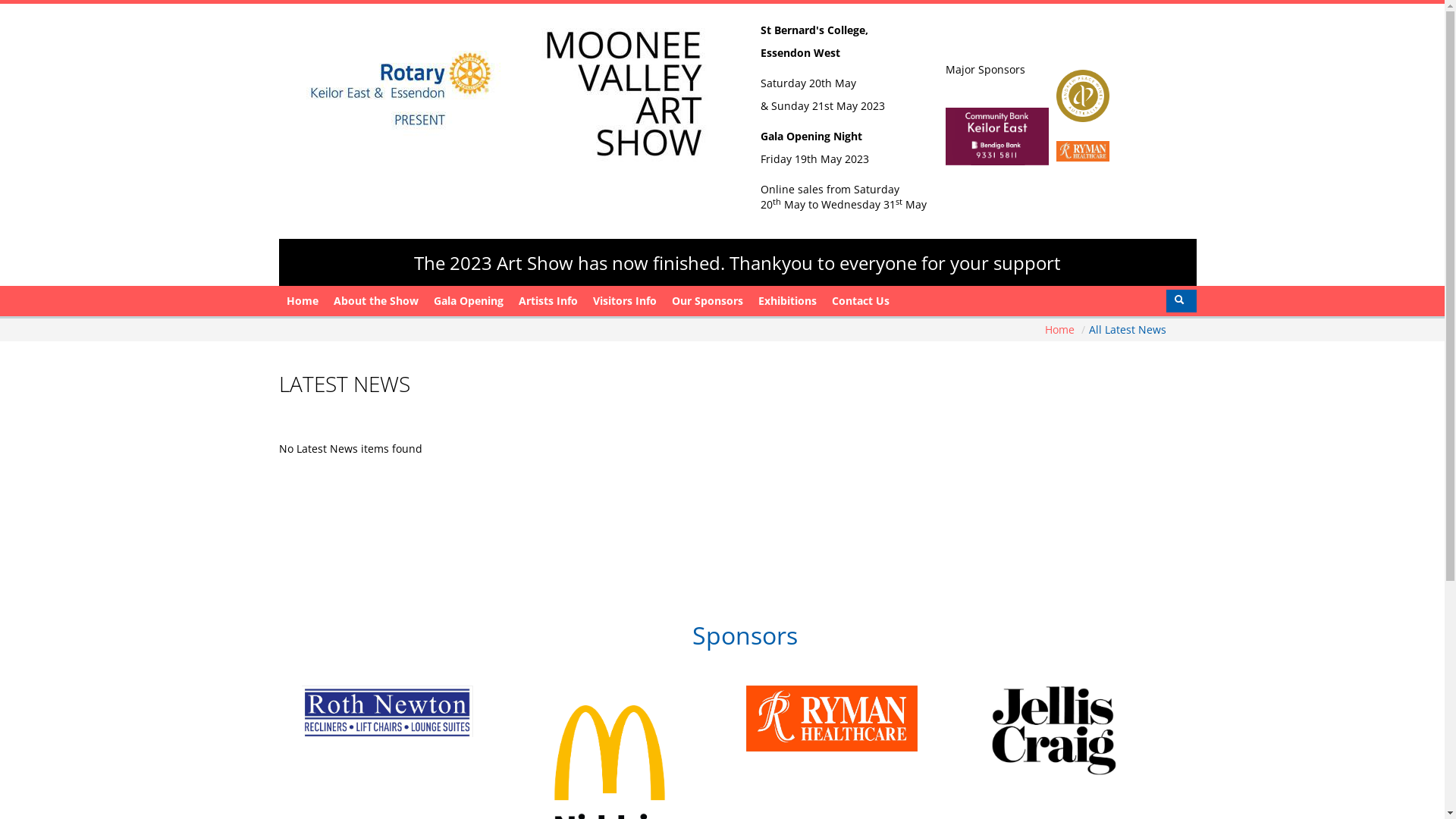  Describe the element at coordinates (745, 635) in the screenshot. I see `'Sponsors'` at that location.